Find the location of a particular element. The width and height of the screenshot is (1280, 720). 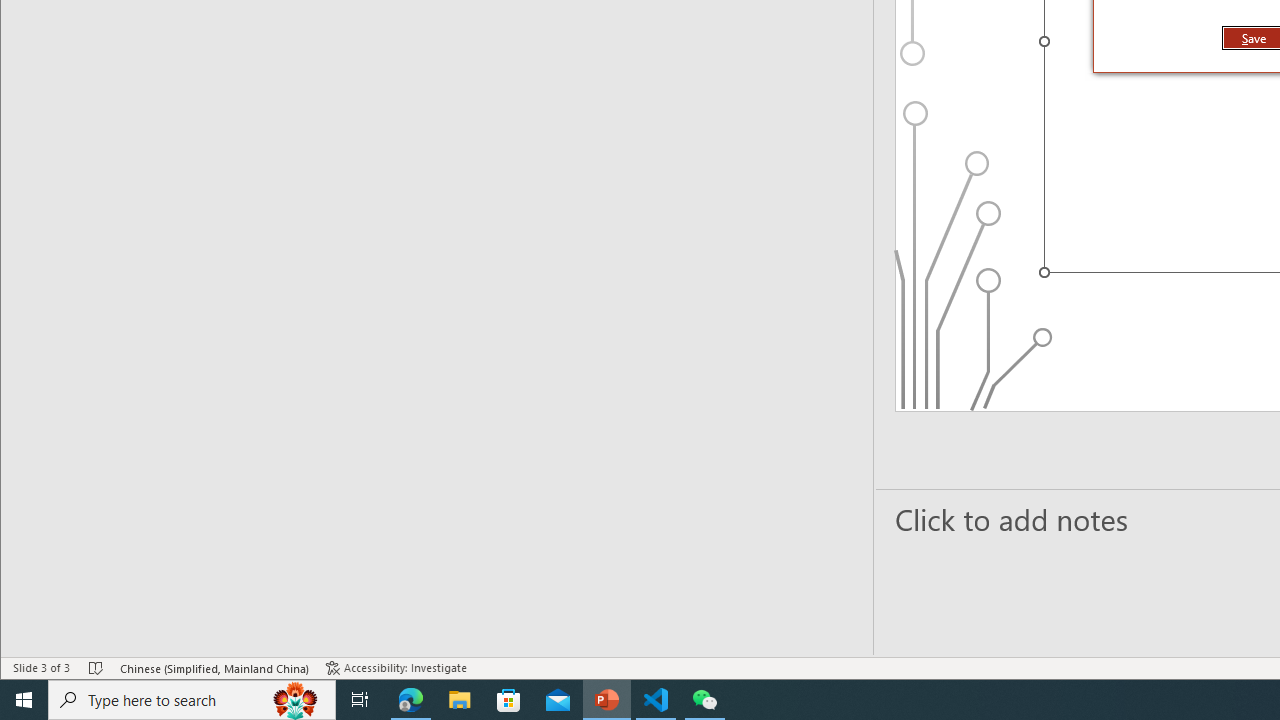

'Microsoft Edge - 1 running window' is located at coordinates (410, 698).